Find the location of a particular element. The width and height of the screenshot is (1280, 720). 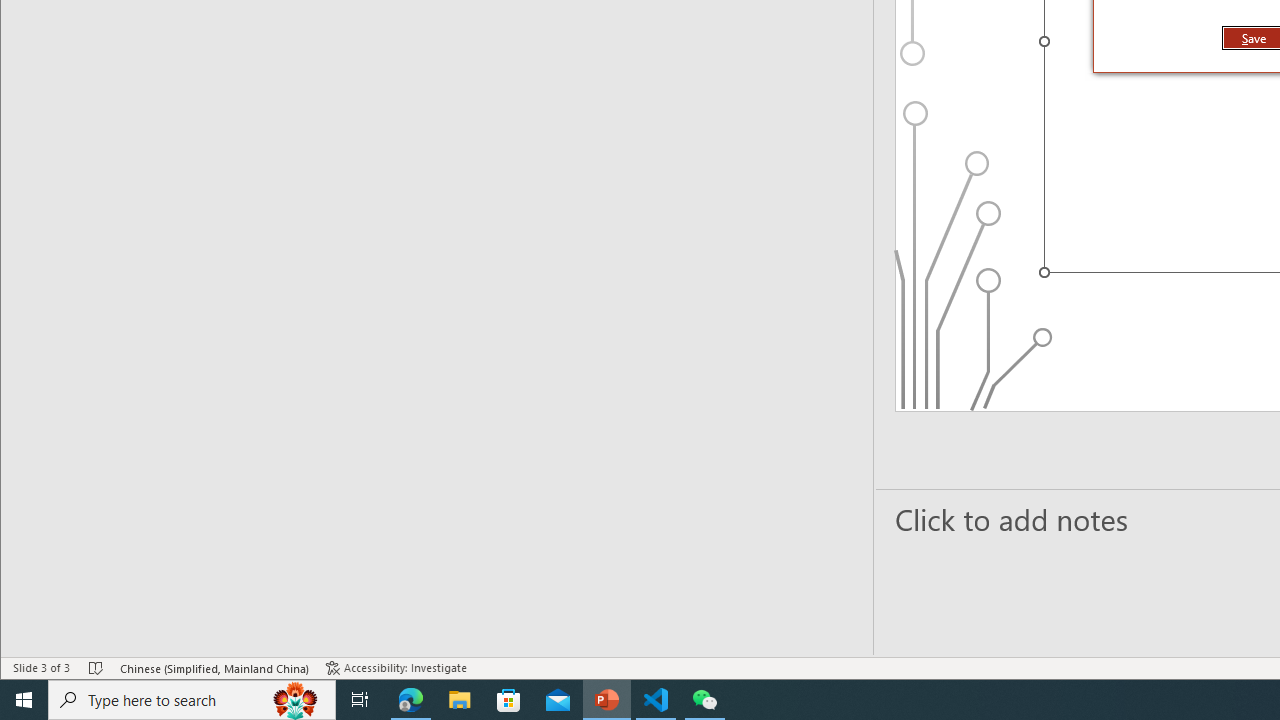

'Microsoft Edge - 1 running window' is located at coordinates (410, 698).